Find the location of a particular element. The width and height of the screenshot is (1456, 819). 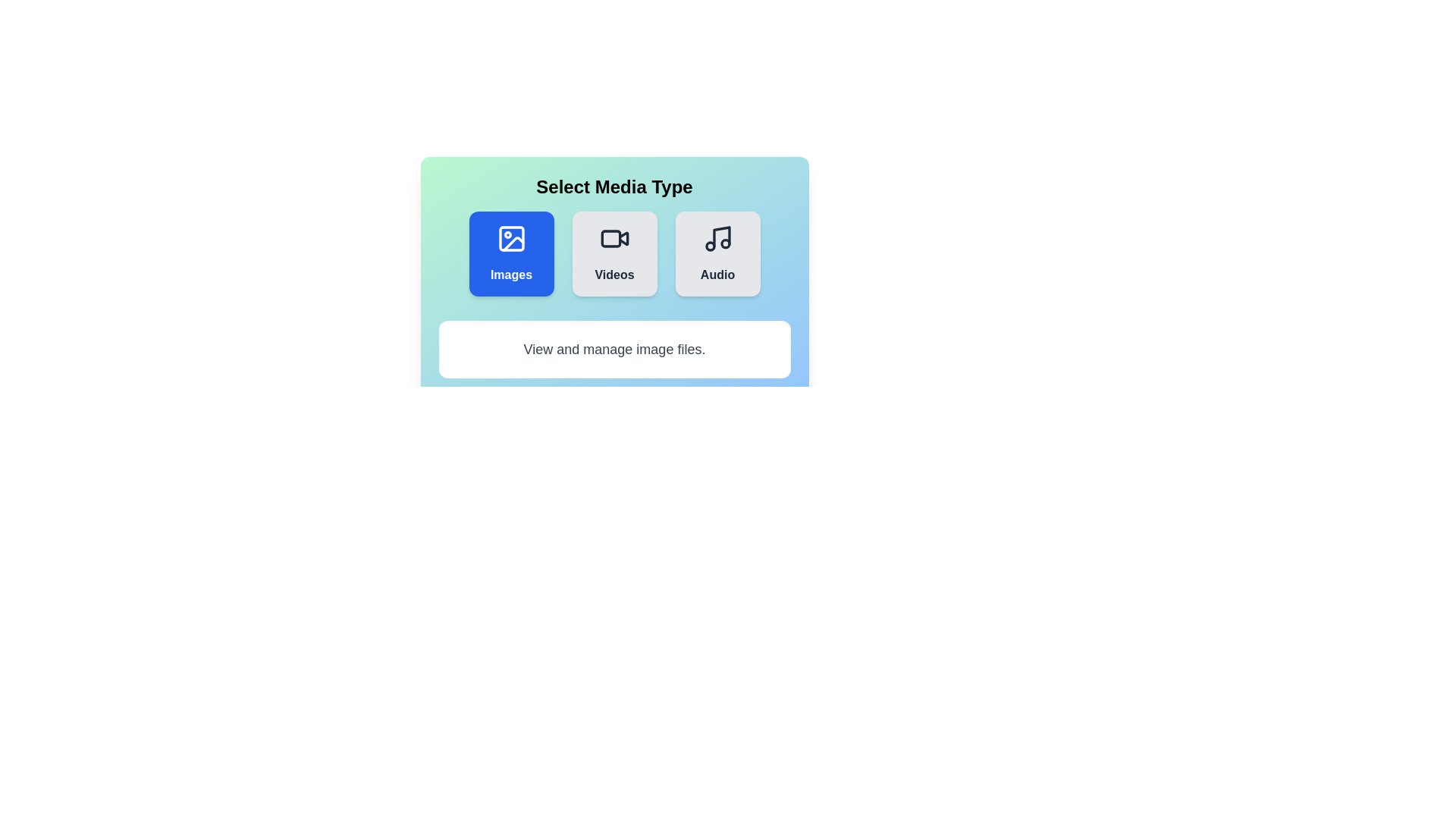

the Images button to view its hover effect is located at coordinates (511, 253).